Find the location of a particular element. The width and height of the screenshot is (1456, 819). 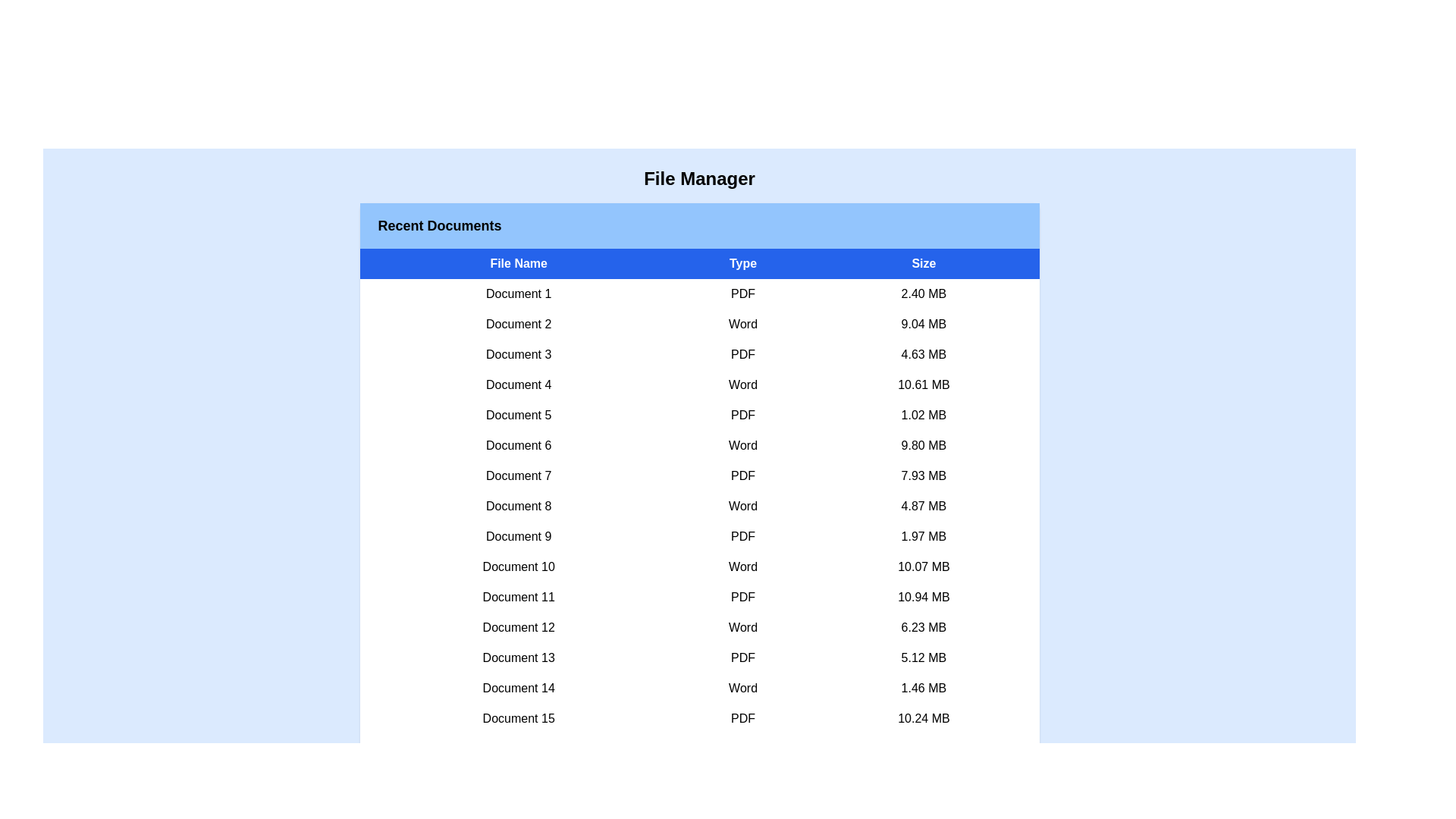

the header of the component to focus on its details is located at coordinates (698, 225).